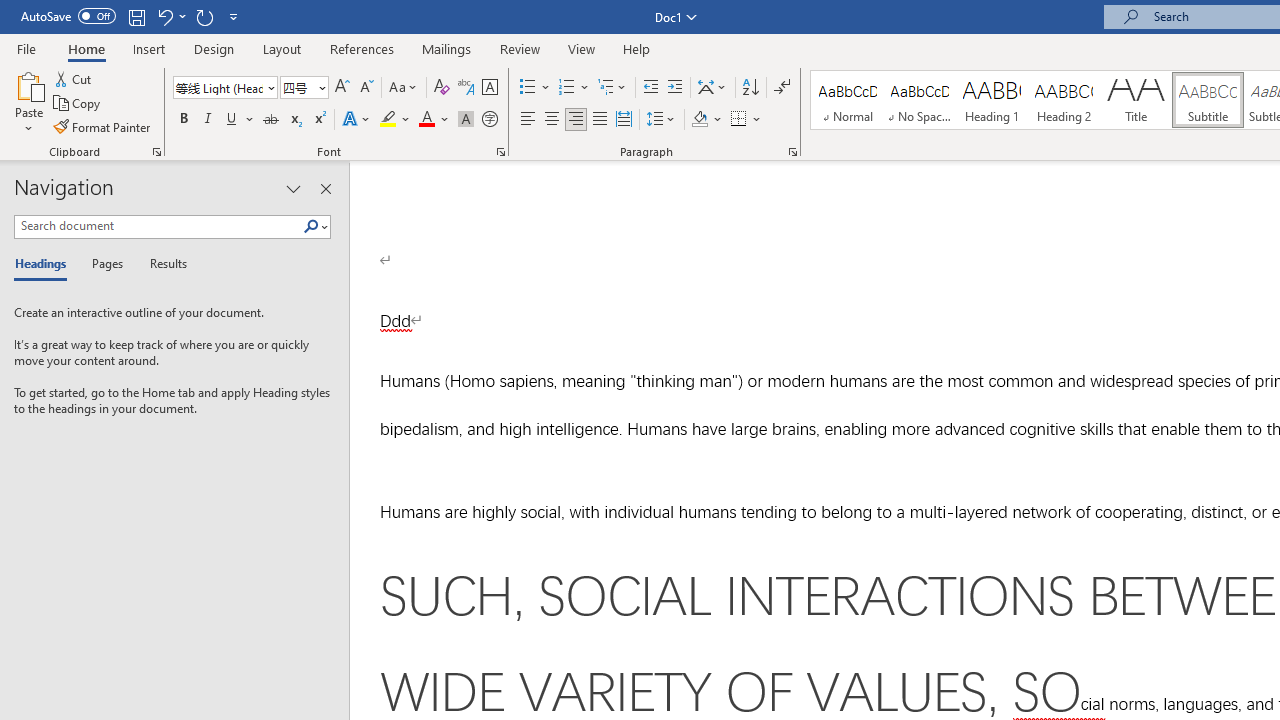 The image size is (1280, 720). I want to click on 'Justify', so click(598, 119).